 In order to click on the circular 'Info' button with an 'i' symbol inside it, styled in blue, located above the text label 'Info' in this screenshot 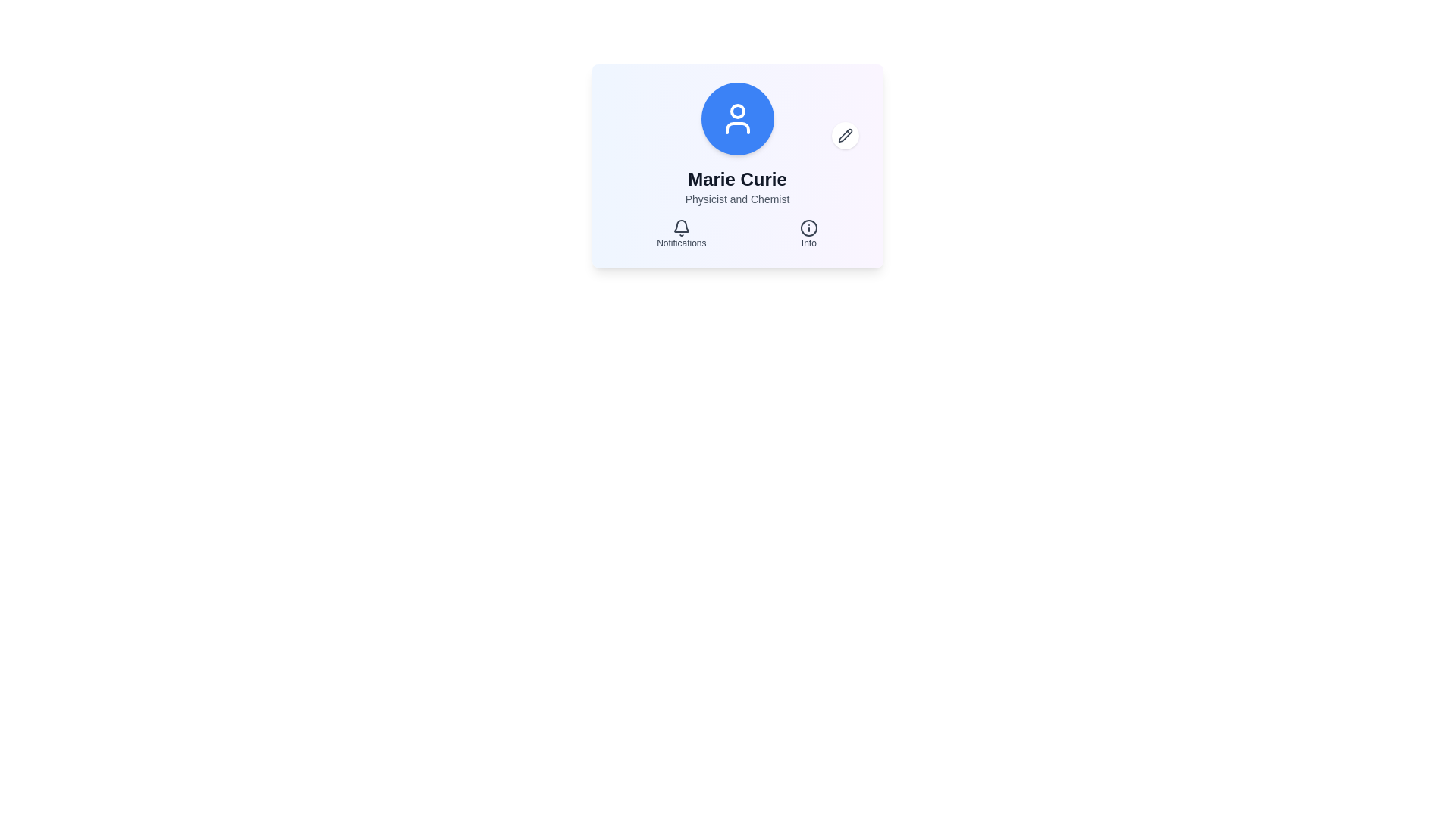, I will do `click(808, 234)`.